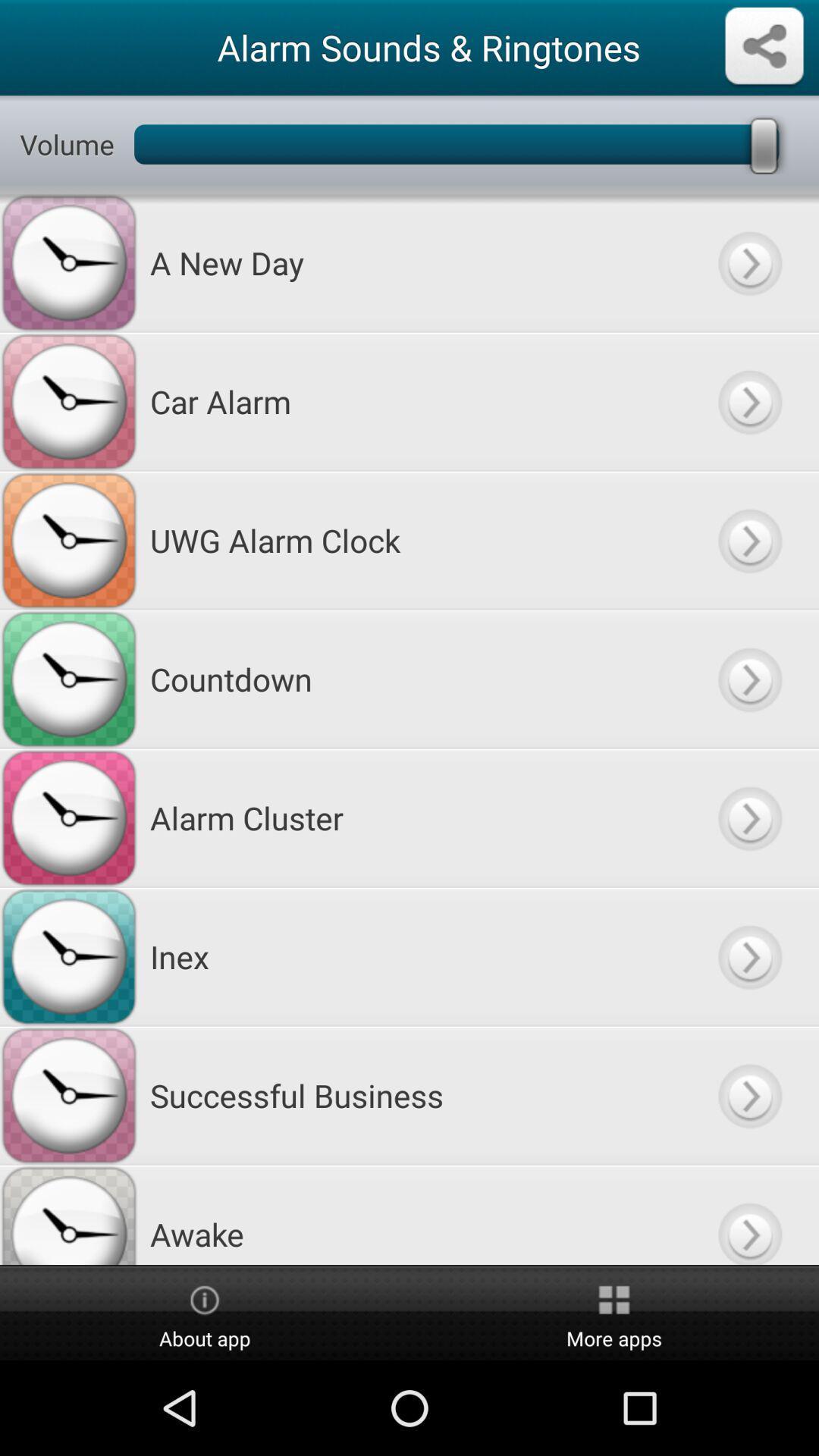  What do you see at coordinates (748, 678) in the screenshot?
I see `alarm tone` at bounding box center [748, 678].